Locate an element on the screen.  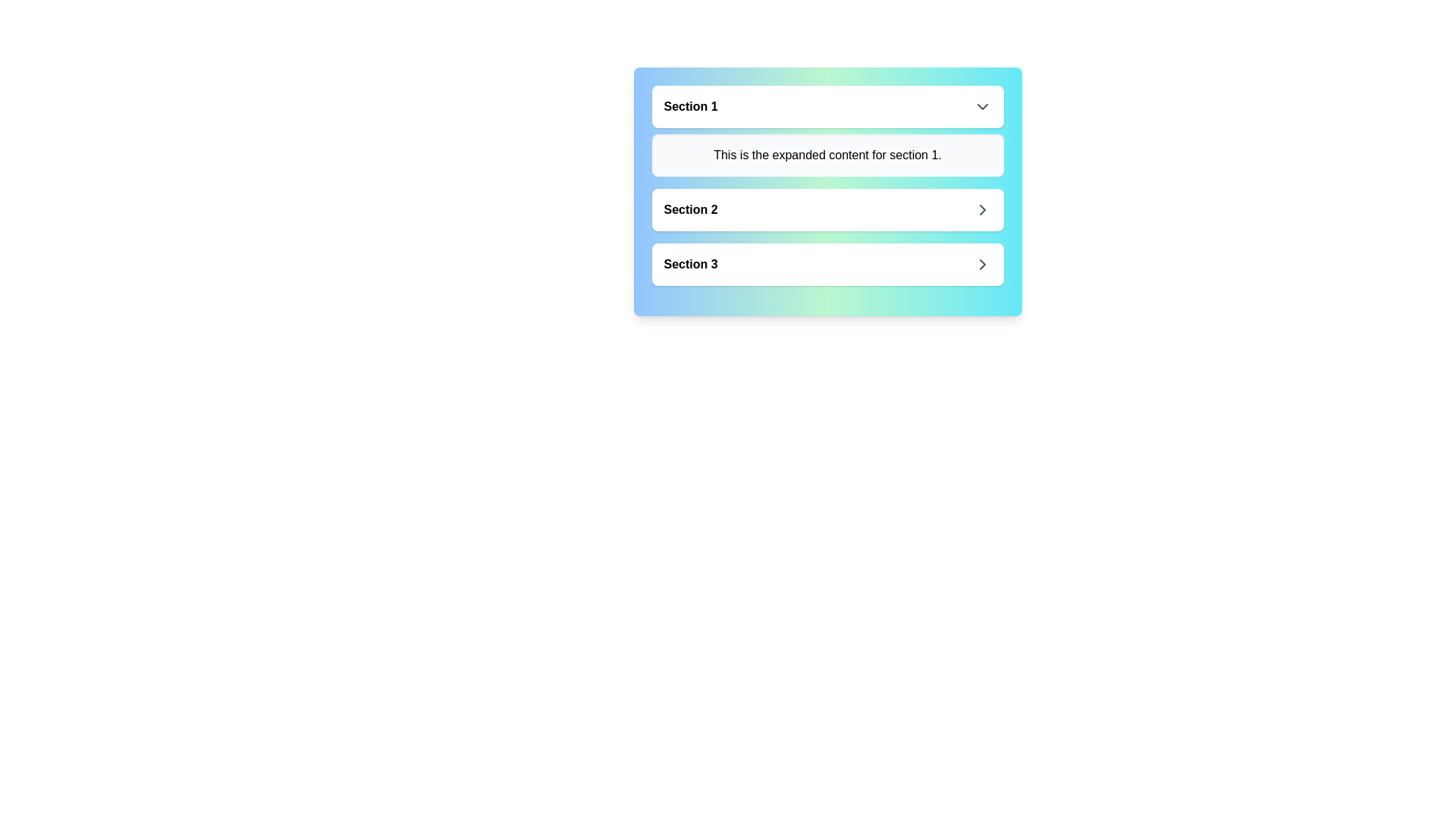
the Expandable section header to enable keyboard interaction is located at coordinates (827, 106).